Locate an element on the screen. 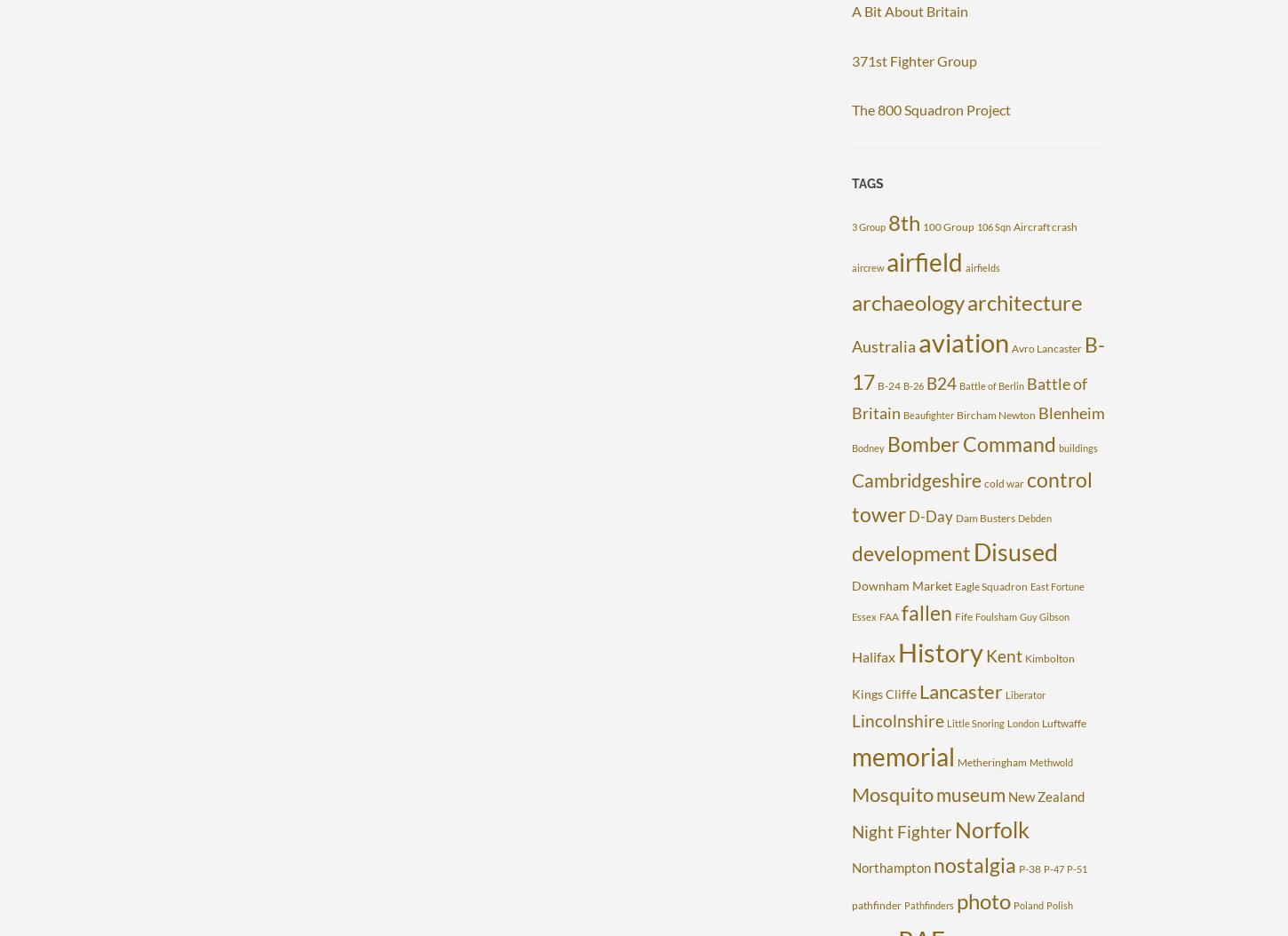 The image size is (1288, 936). 'Debden' is located at coordinates (1033, 517).